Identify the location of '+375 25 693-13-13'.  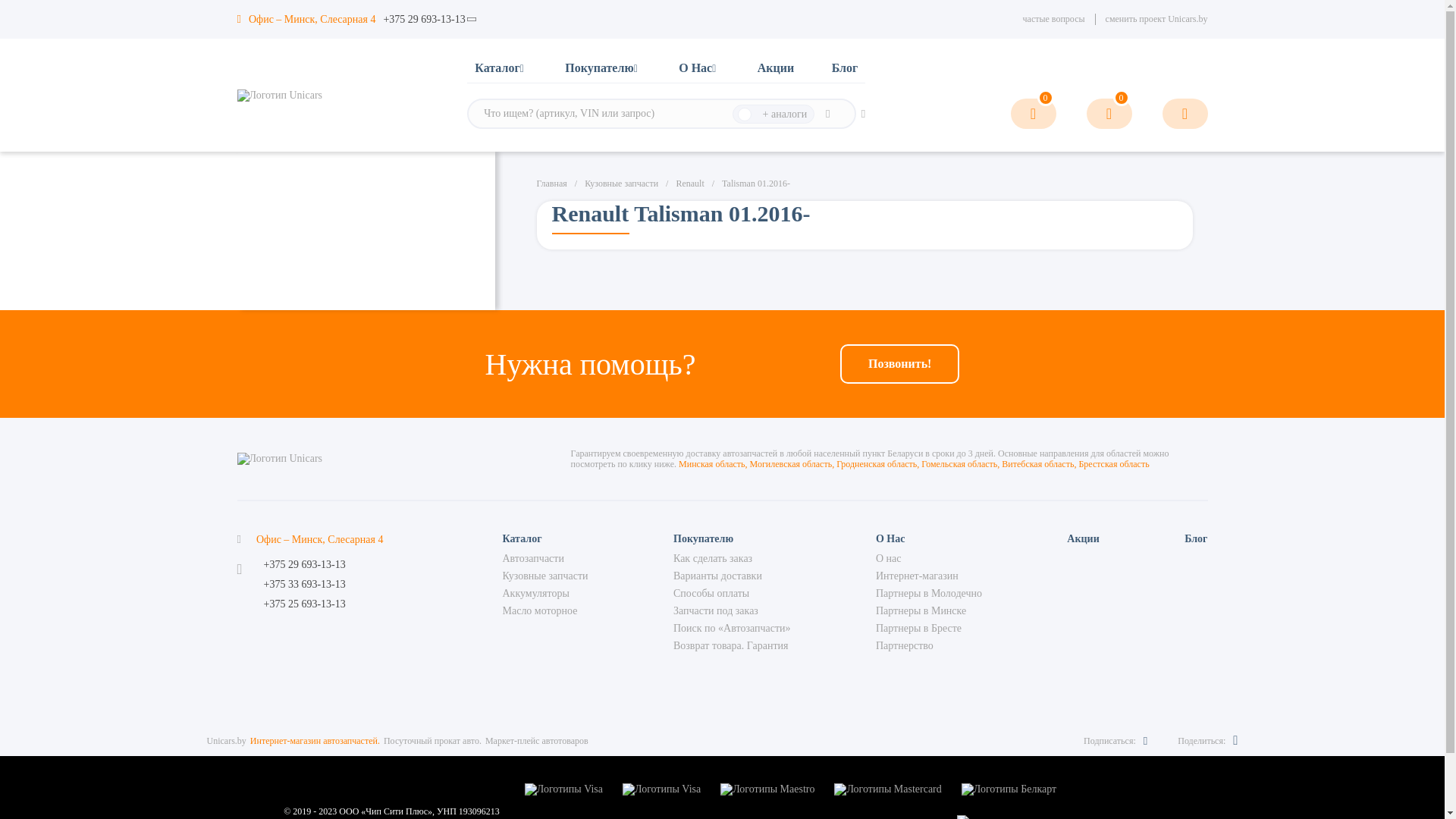
(304, 604).